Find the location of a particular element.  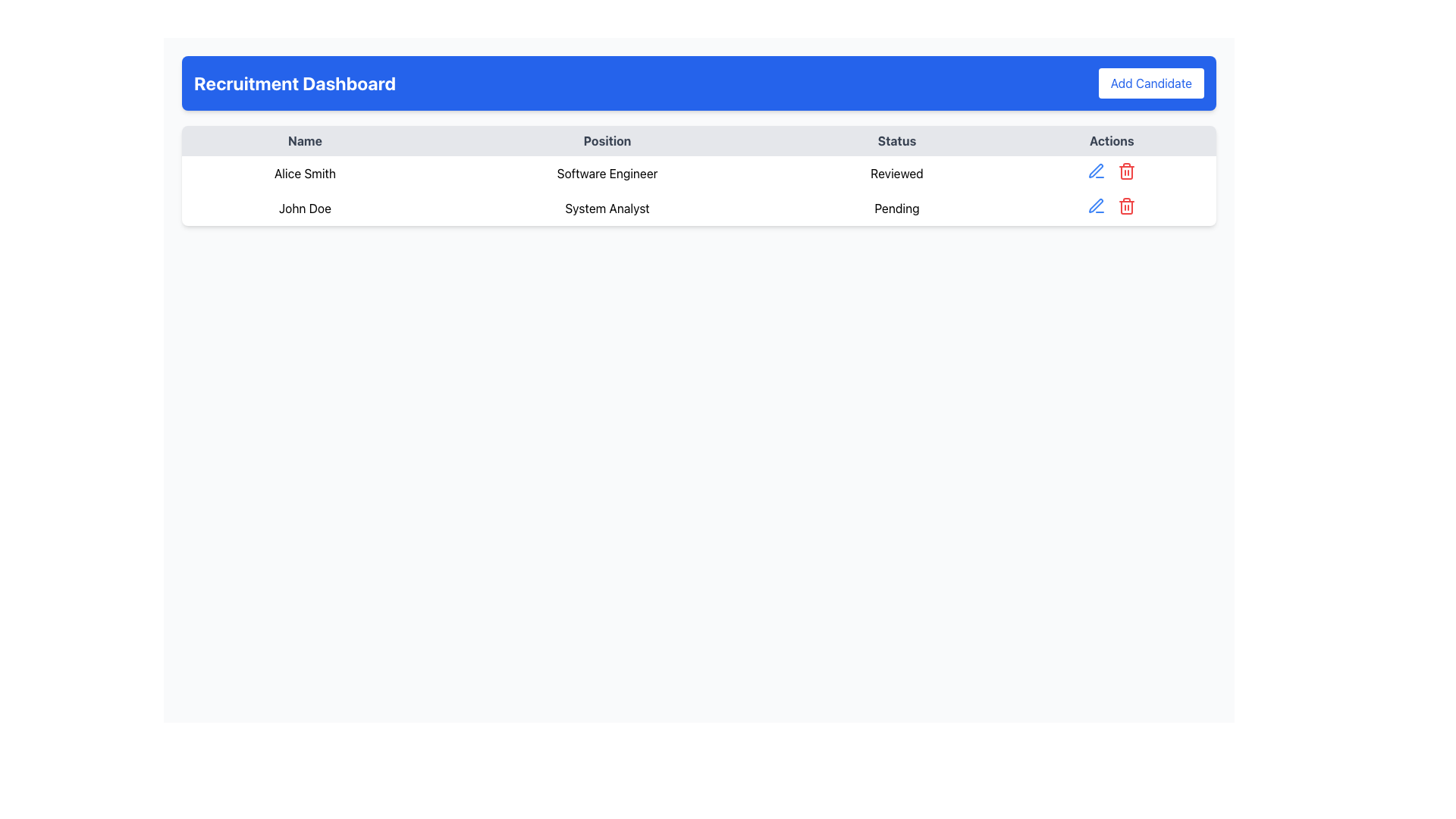

the static text label displaying the status 'Pending' for the item corresponding to 'John Doe' and 'System Analyst' in the table is located at coordinates (896, 208).